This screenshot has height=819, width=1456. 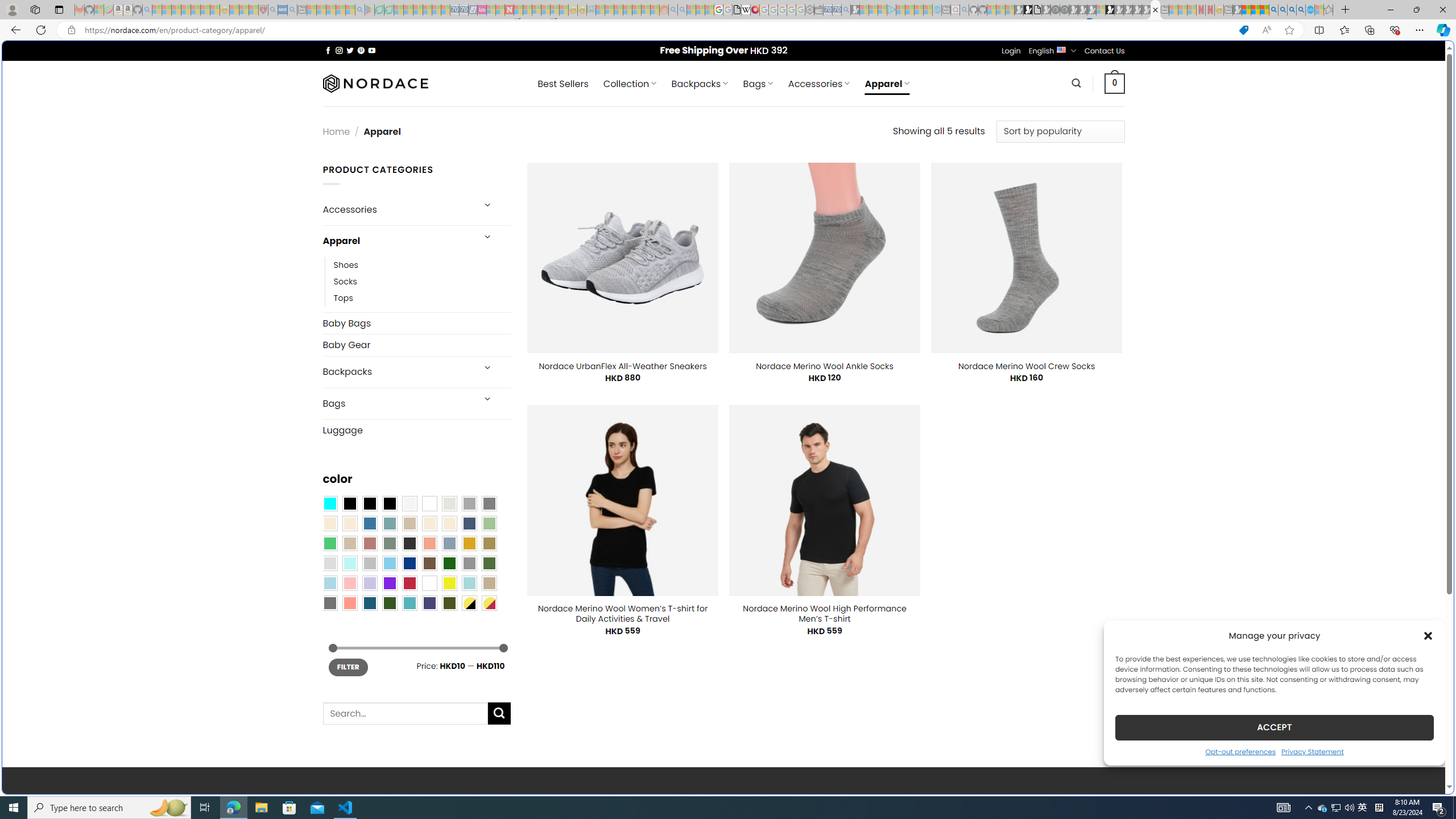 I want to click on 'Local - MSN - Sleeping', so click(x=253, y=9).